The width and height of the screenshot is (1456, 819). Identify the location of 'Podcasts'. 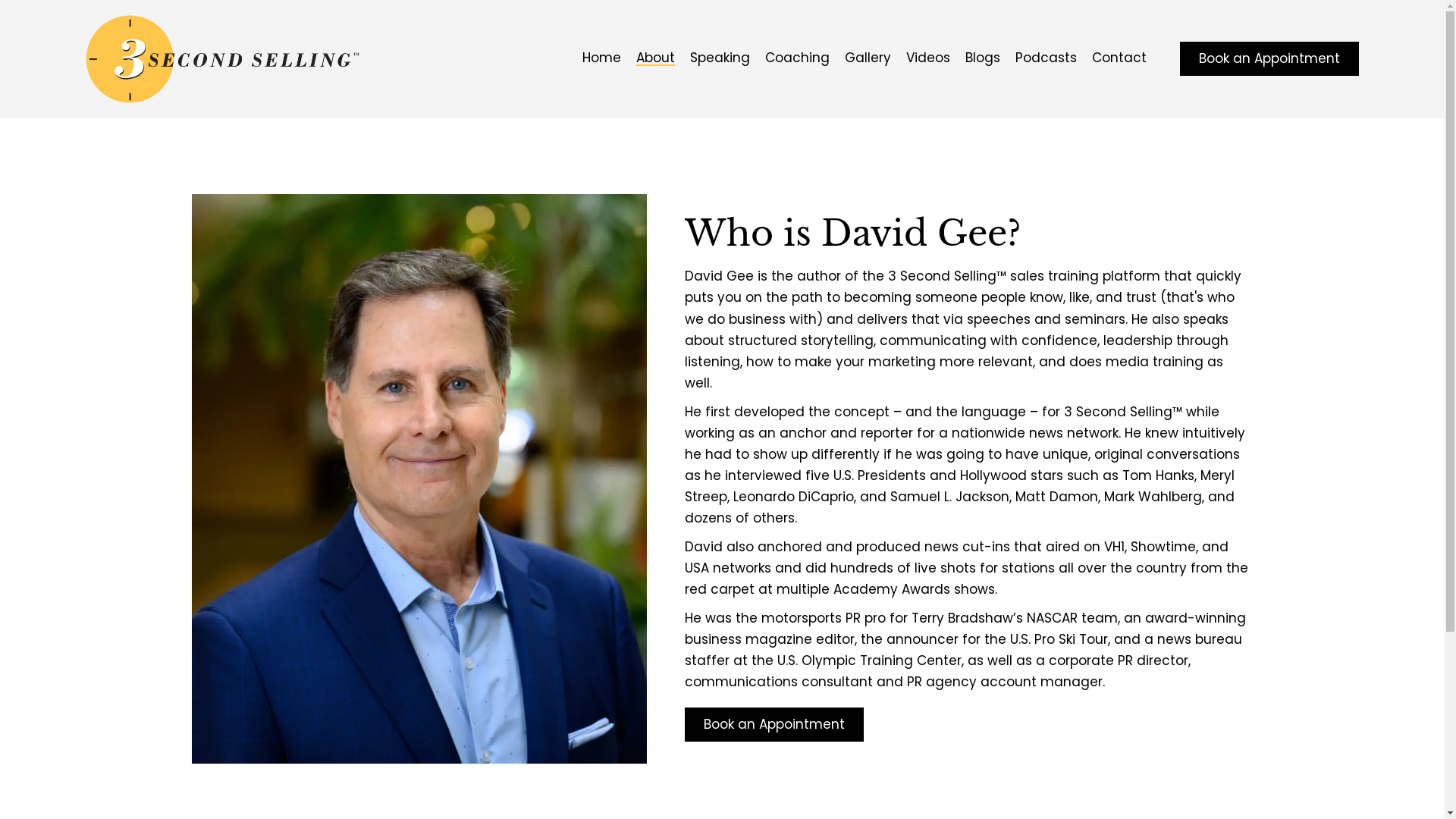
(1045, 58).